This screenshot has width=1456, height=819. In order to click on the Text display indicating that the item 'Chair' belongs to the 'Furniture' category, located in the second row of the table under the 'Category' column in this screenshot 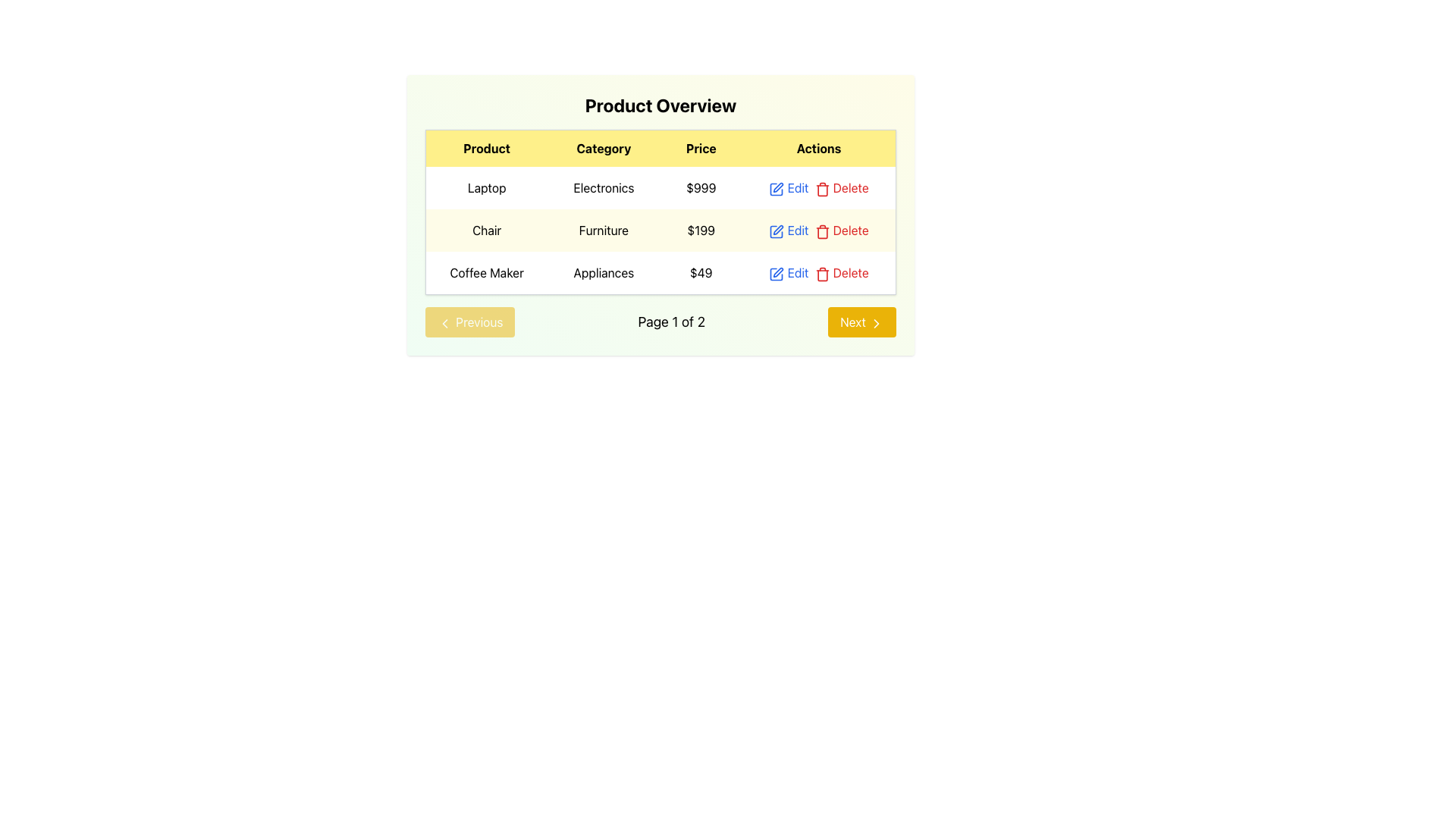, I will do `click(603, 231)`.